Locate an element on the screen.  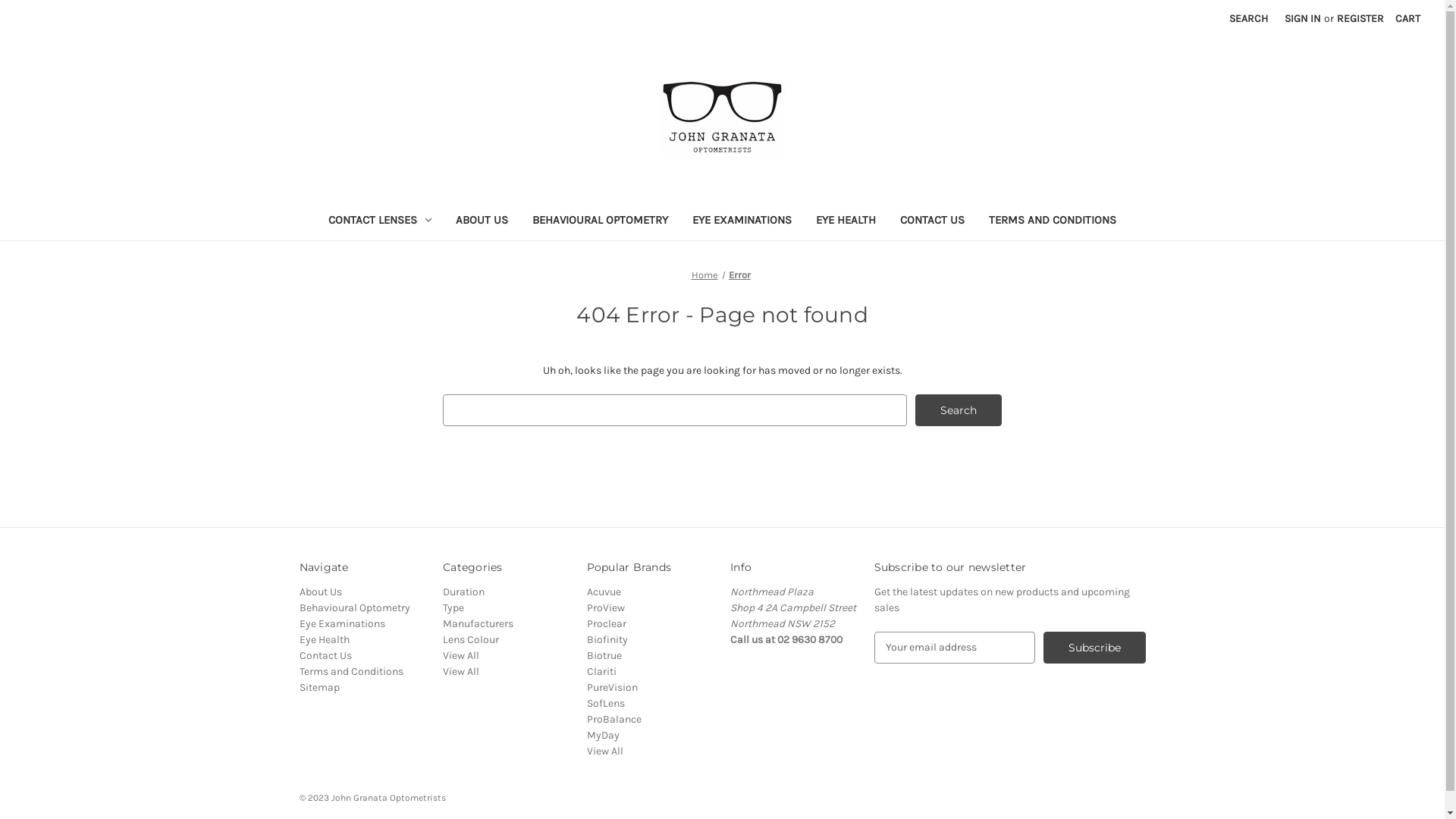
'View All' is located at coordinates (604, 751).